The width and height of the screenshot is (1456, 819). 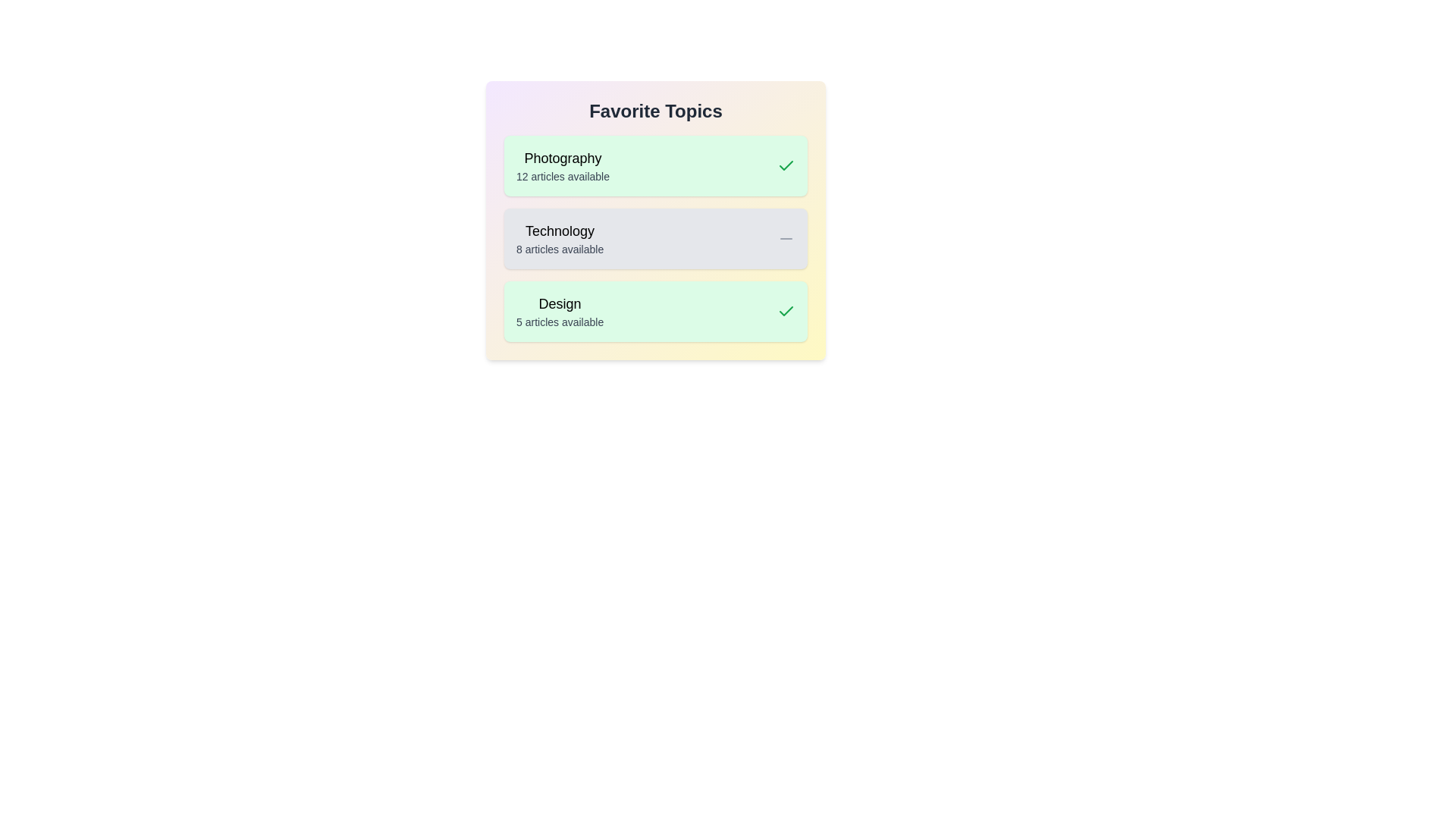 What do you see at coordinates (655, 239) in the screenshot?
I see `the topic card for Technology` at bounding box center [655, 239].